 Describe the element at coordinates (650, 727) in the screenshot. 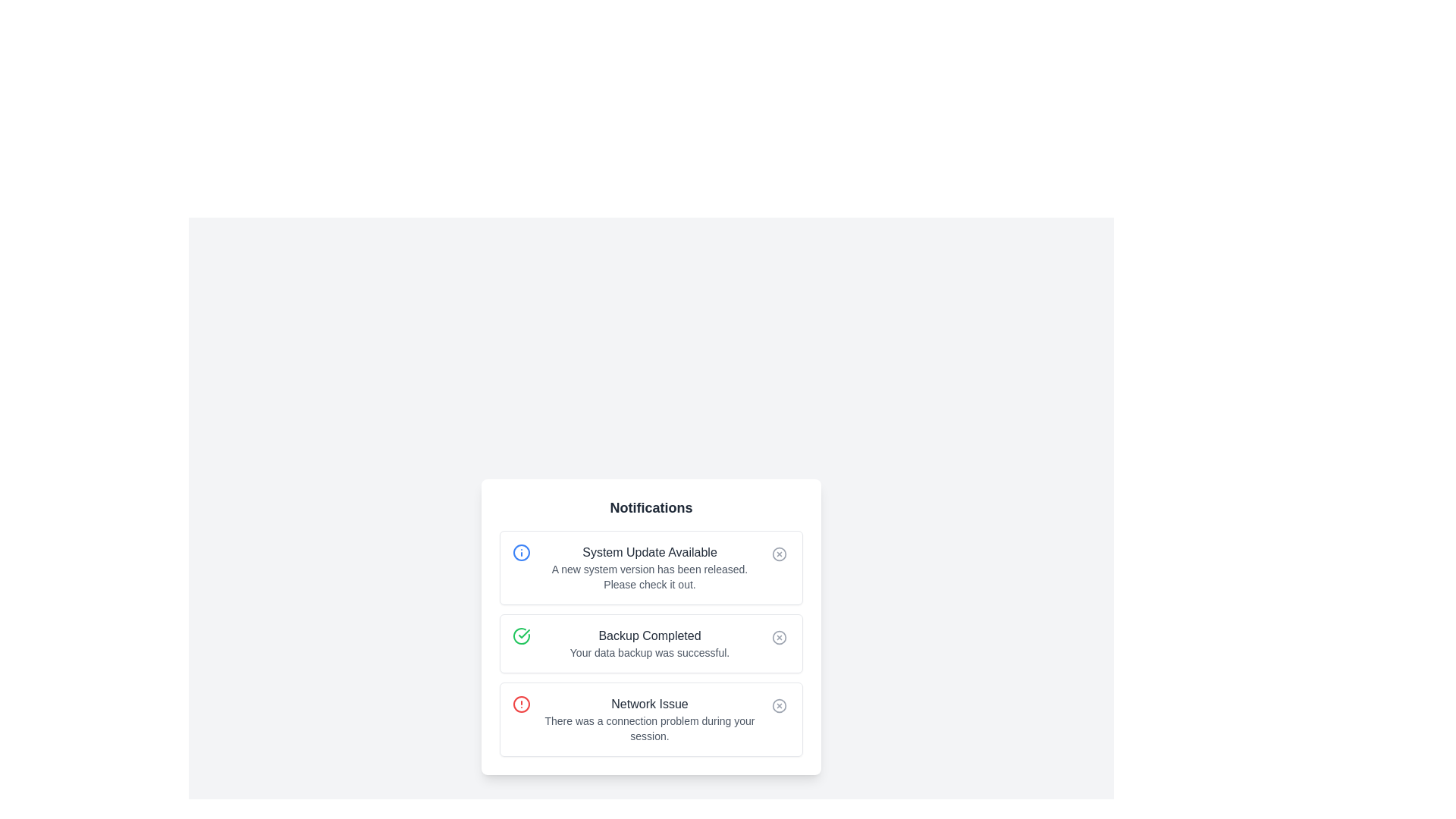

I see `static text element displaying the message 'There was a connection problem during your session.' located in the notification box below the title 'Network Issue'` at that location.